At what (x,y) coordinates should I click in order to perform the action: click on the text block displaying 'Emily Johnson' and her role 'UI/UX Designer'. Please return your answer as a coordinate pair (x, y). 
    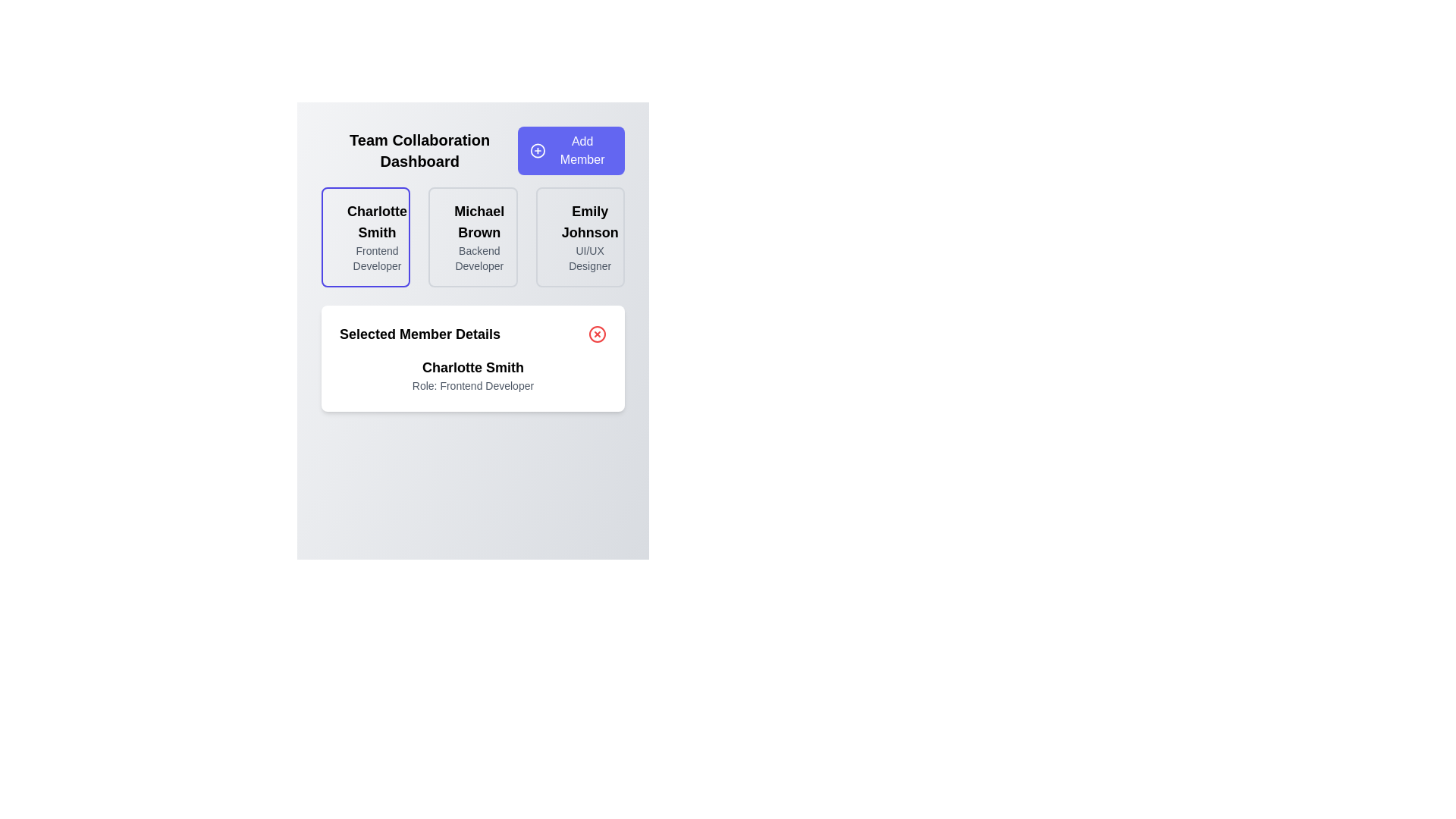
    Looking at the image, I should click on (579, 237).